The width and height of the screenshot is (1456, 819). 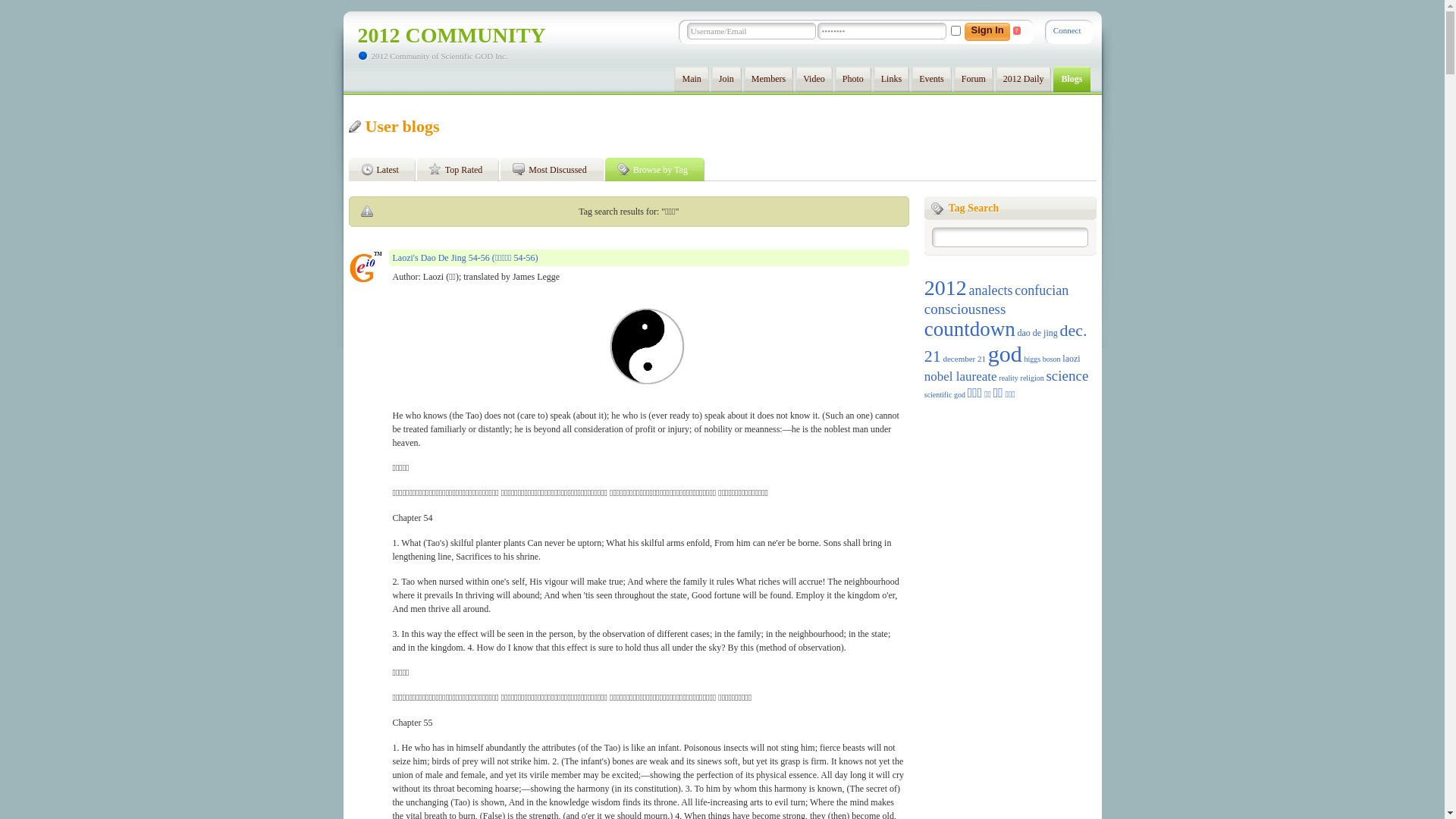 I want to click on 'Connect', so click(x=1066, y=30).